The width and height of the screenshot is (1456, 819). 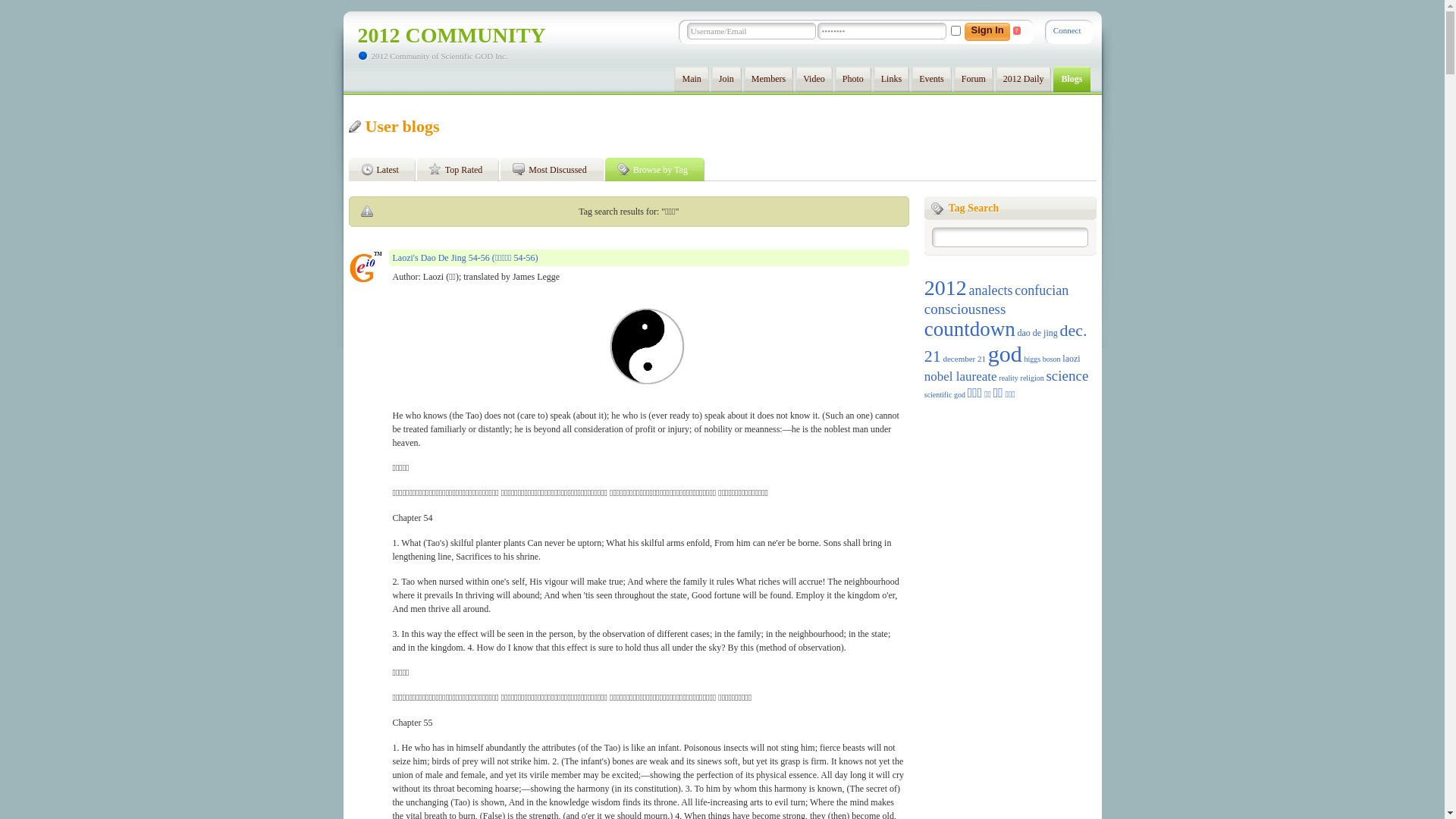 I want to click on 'Connect', so click(x=1066, y=30).